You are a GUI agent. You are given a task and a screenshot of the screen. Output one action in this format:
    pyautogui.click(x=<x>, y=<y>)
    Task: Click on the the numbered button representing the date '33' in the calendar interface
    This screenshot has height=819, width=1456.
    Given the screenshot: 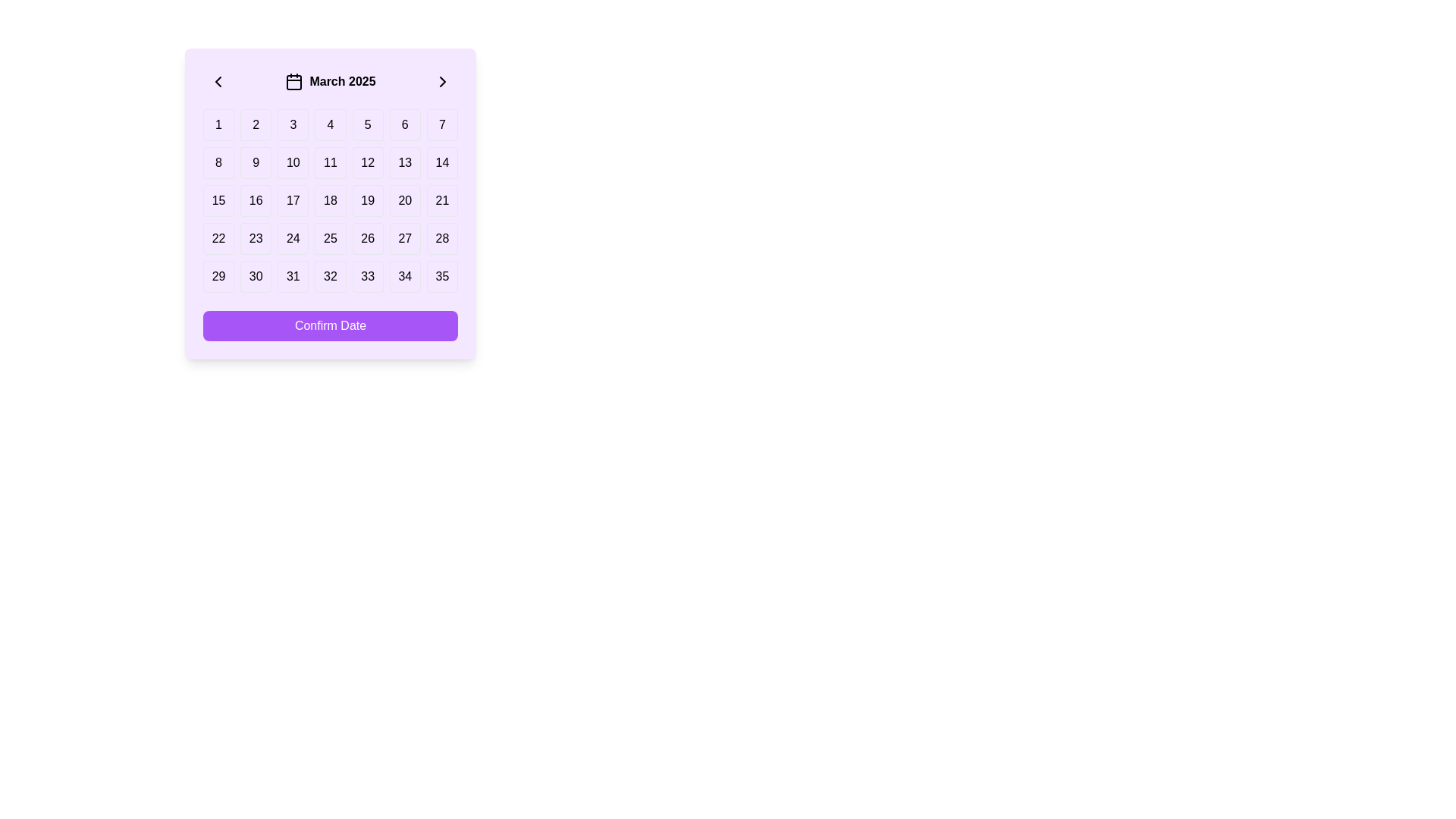 What is the action you would take?
    pyautogui.click(x=367, y=277)
    